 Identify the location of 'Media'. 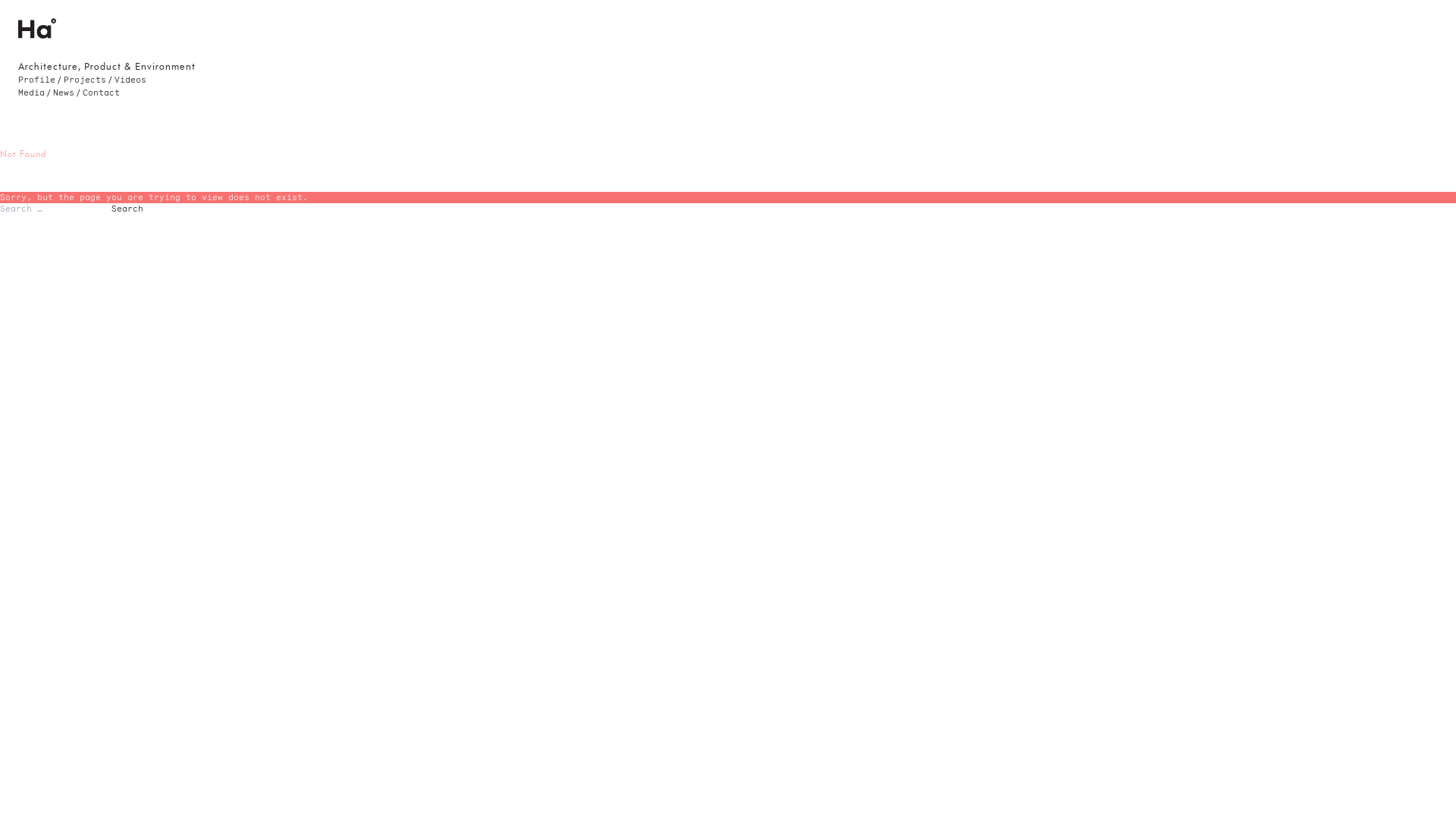
(18, 93).